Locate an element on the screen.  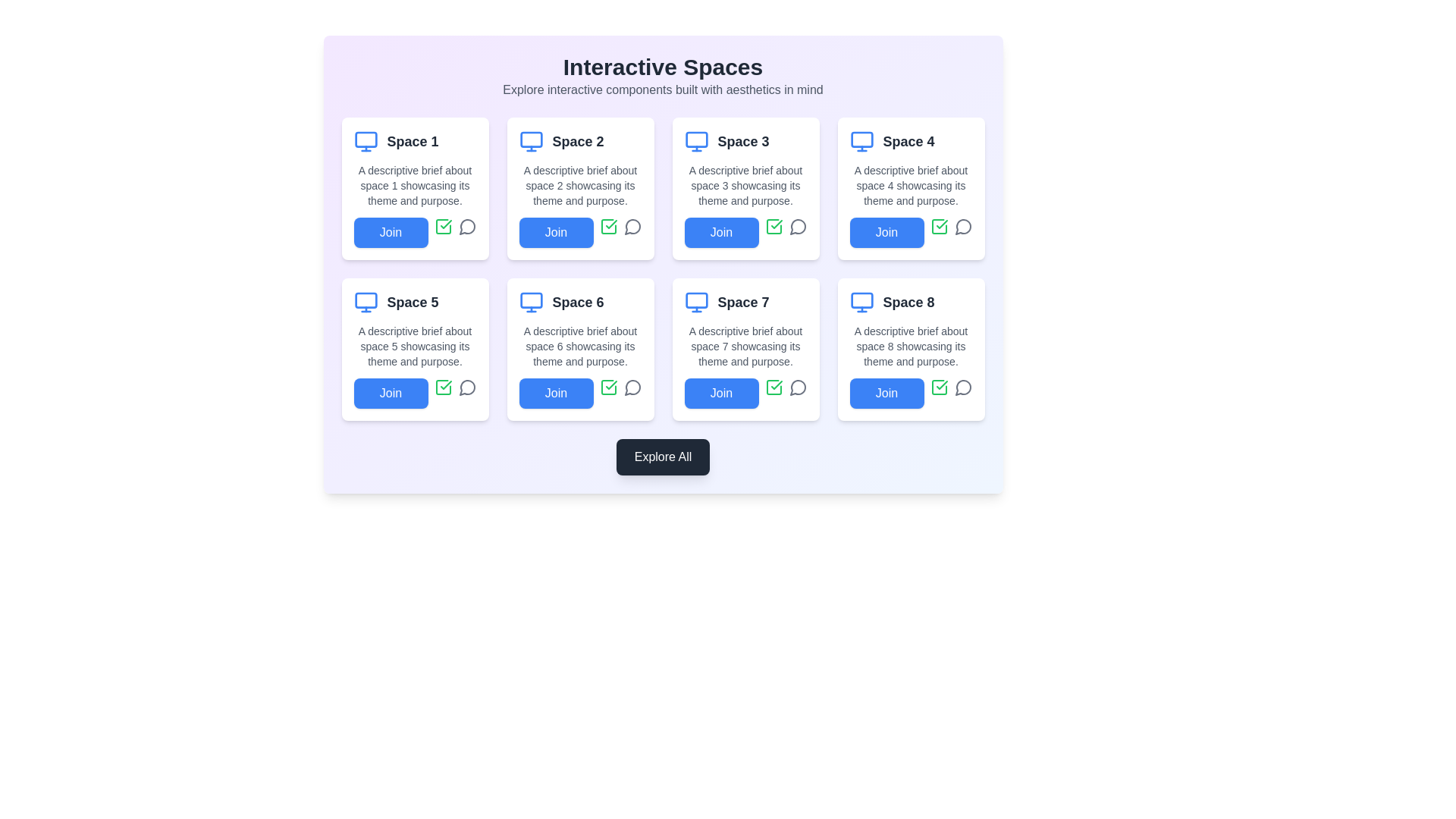
the check mark icon located in the third card of the top row labeled 'Space 3', which indicates status and is positioned to the right of the 'Join' button is located at coordinates (776, 224).